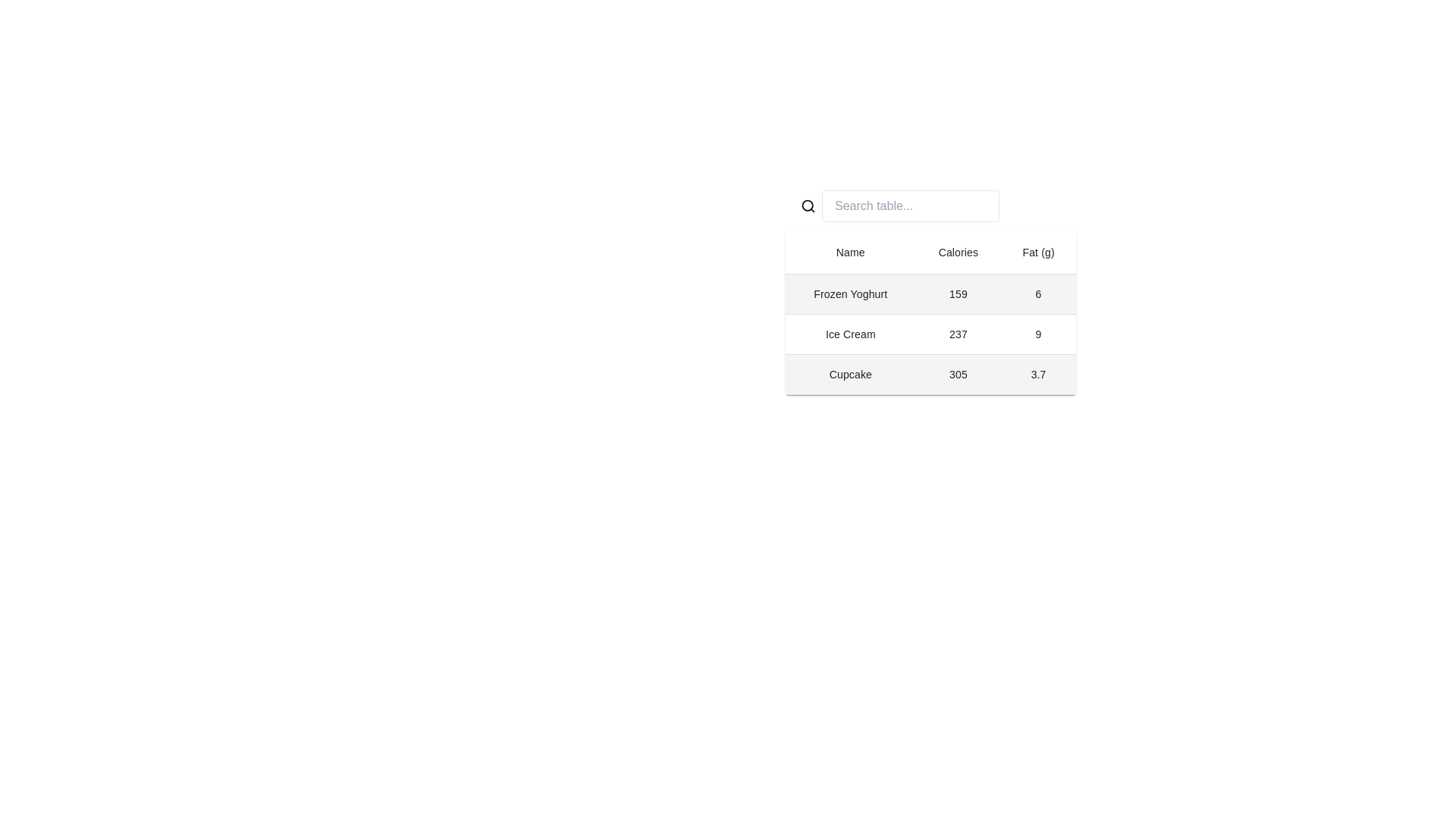 The width and height of the screenshot is (1456, 819). Describe the element at coordinates (957, 294) in the screenshot. I see `the table cell displaying the number '159' which is the second cell in the row labeled 'Frozen Yoghurt' under the 'Calories' header` at that location.